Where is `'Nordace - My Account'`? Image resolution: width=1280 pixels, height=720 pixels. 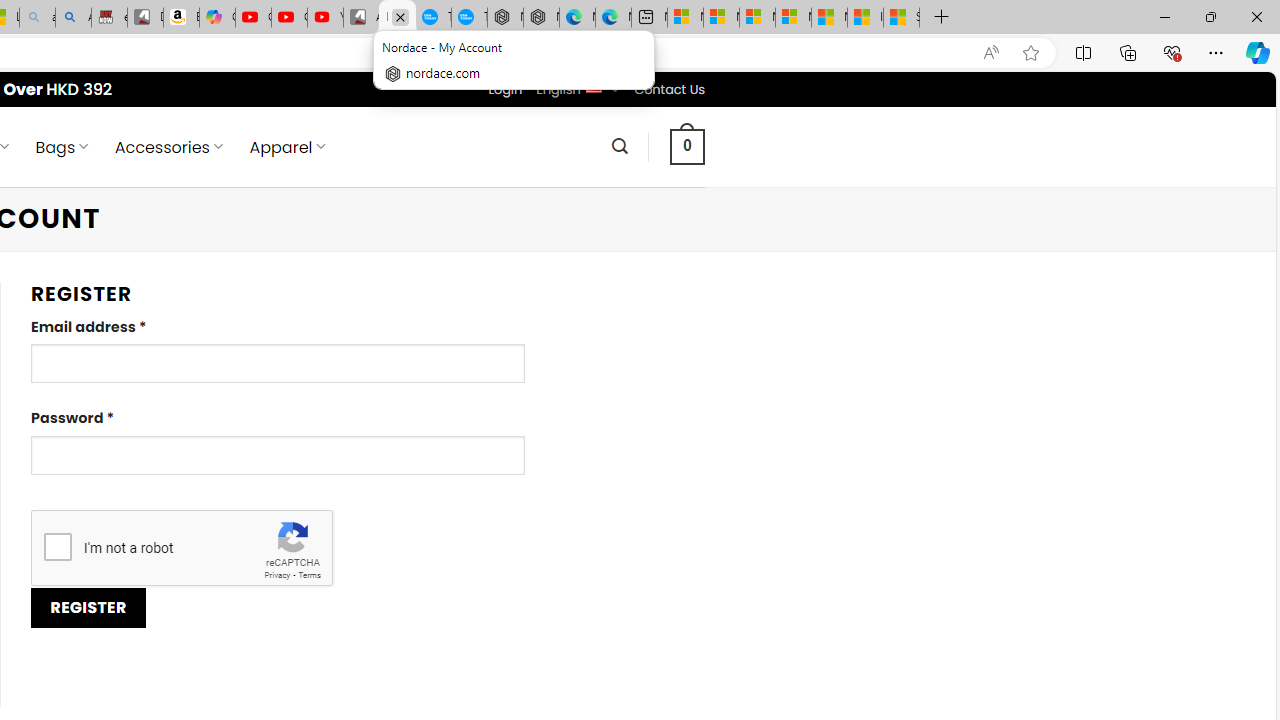
'Nordace - My Account' is located at coordinates (397, 17).